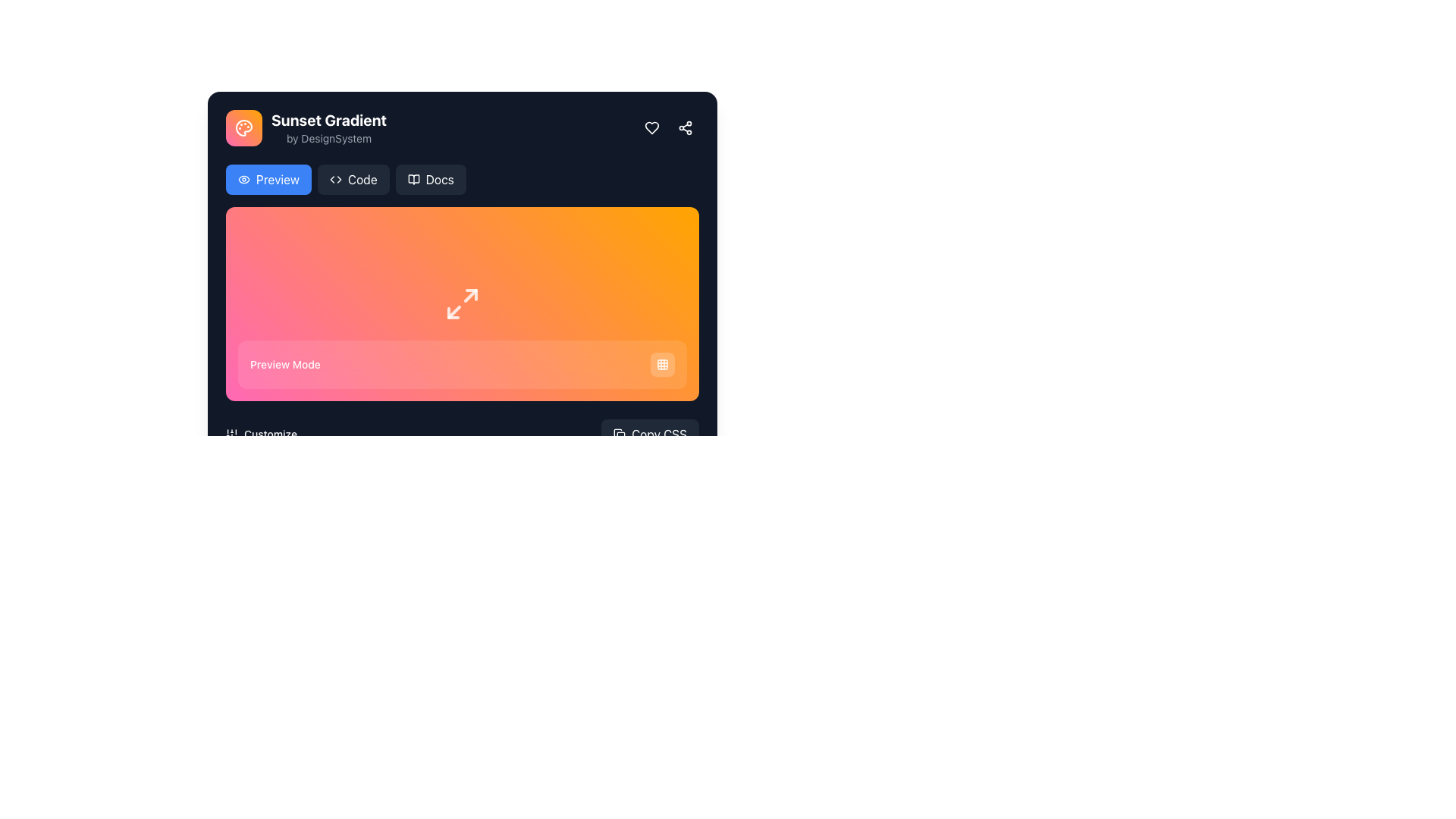  Describe the element at coordinates (268, 178) in the screenshot. I see `the preview button located below the 'Sunset Gradient' header` at that location.